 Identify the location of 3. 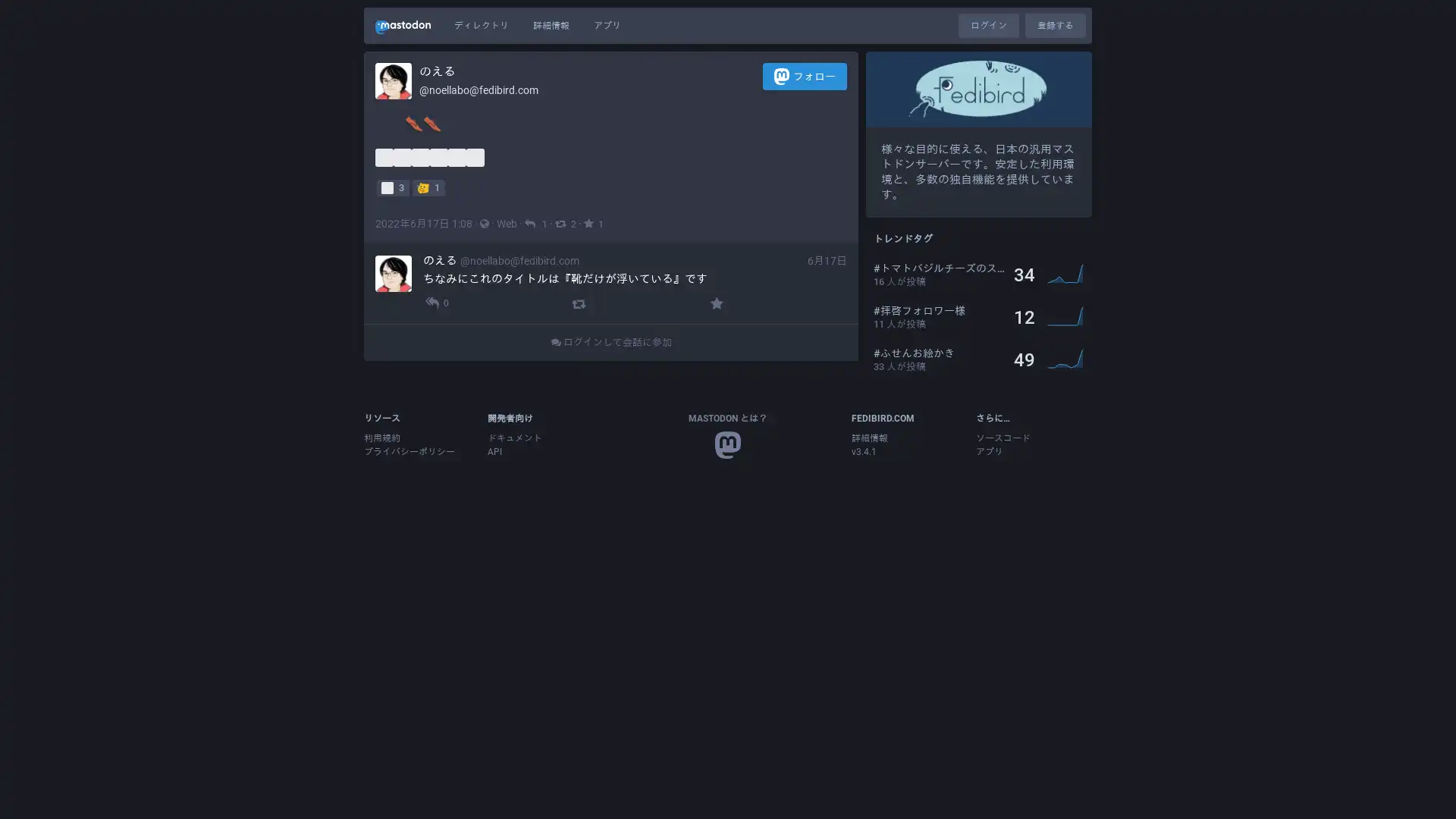
(393, 186).